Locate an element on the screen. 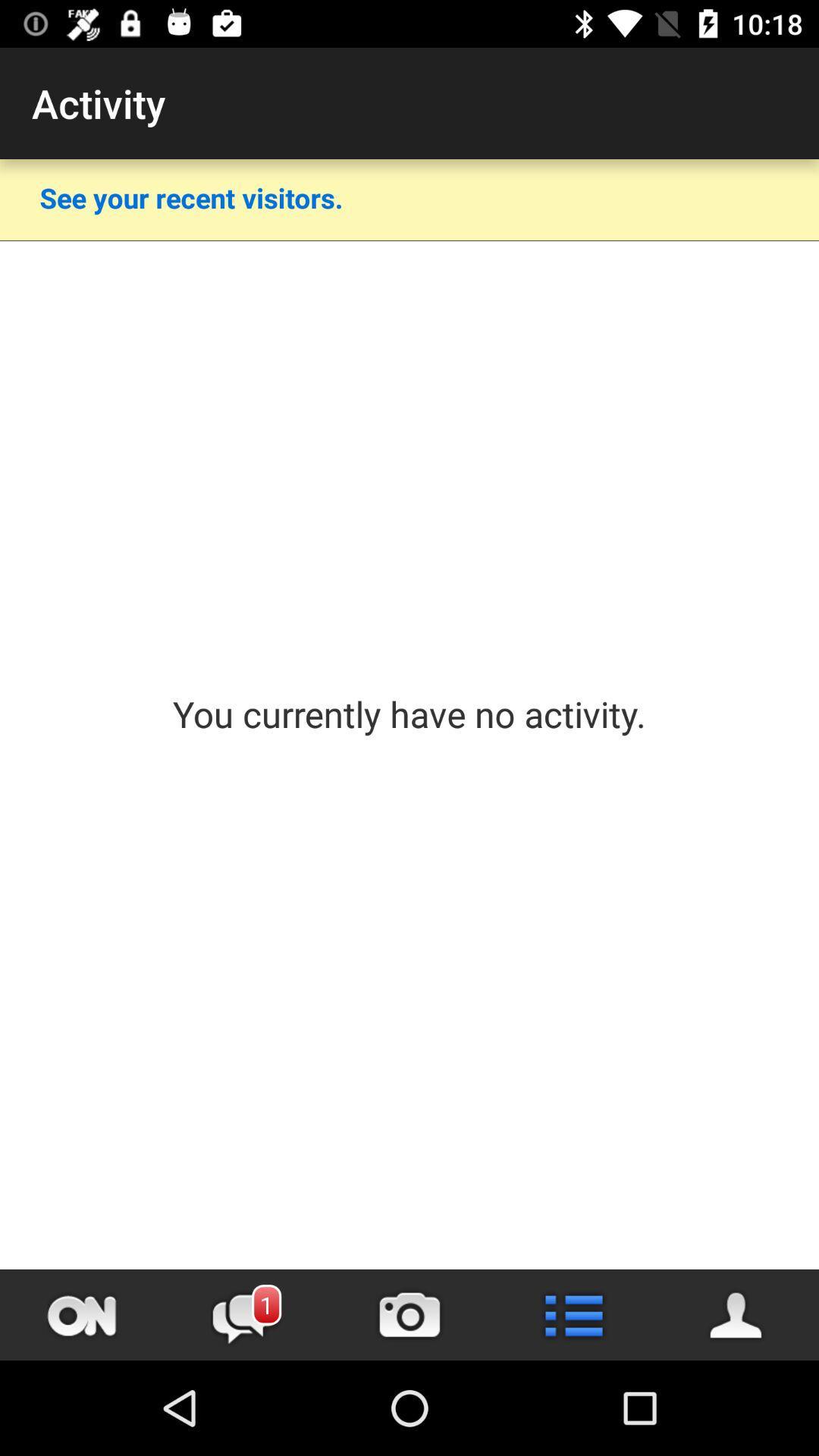 This screenshot has width=819, height=1456. take a picture is located at coordinates (409, 1314).